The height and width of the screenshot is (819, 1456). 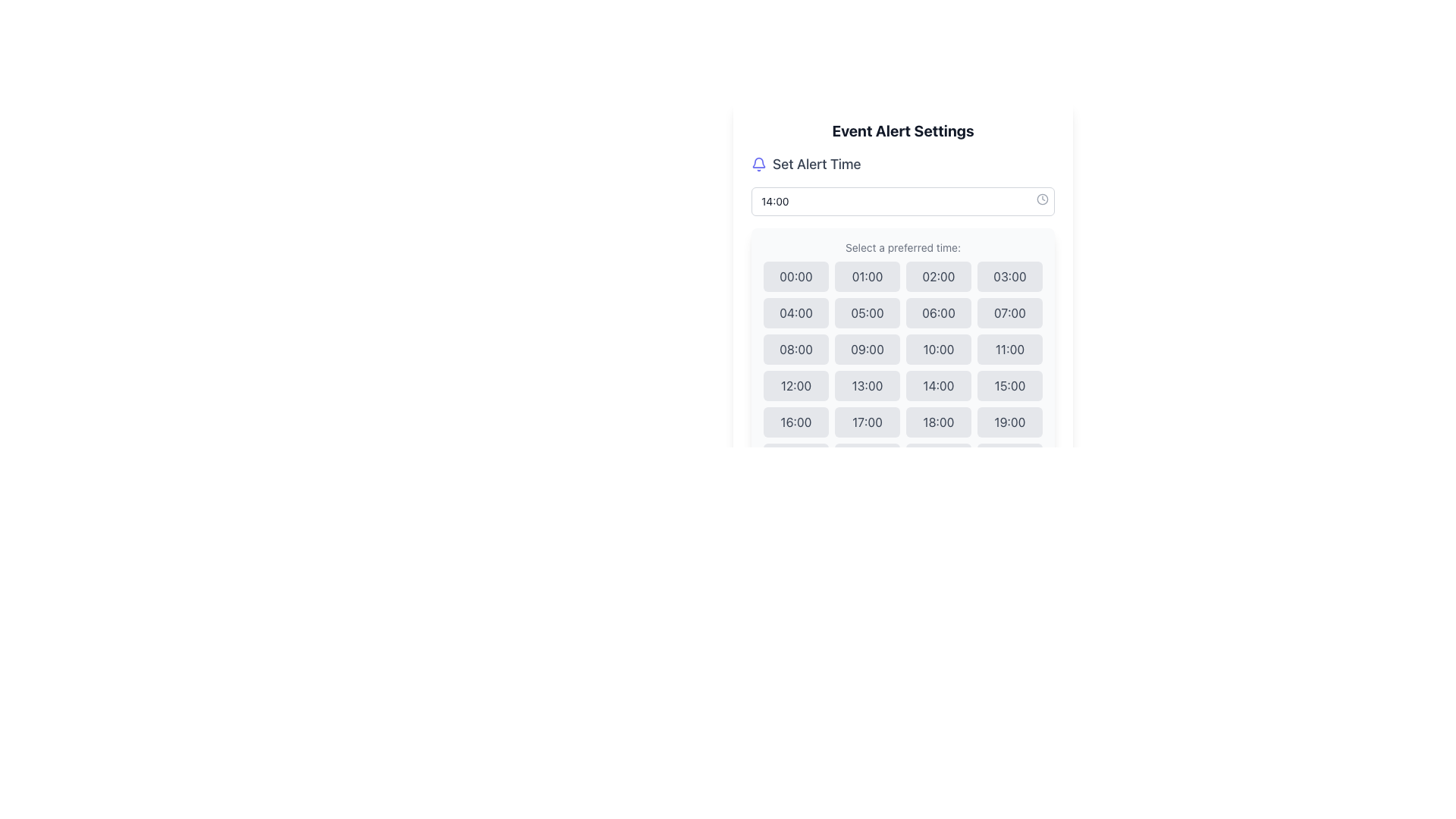 I want to click on the button that selects the time '08:00', located in the first column of the third row in a 4-column grid layout, so click(x=795, y=350).